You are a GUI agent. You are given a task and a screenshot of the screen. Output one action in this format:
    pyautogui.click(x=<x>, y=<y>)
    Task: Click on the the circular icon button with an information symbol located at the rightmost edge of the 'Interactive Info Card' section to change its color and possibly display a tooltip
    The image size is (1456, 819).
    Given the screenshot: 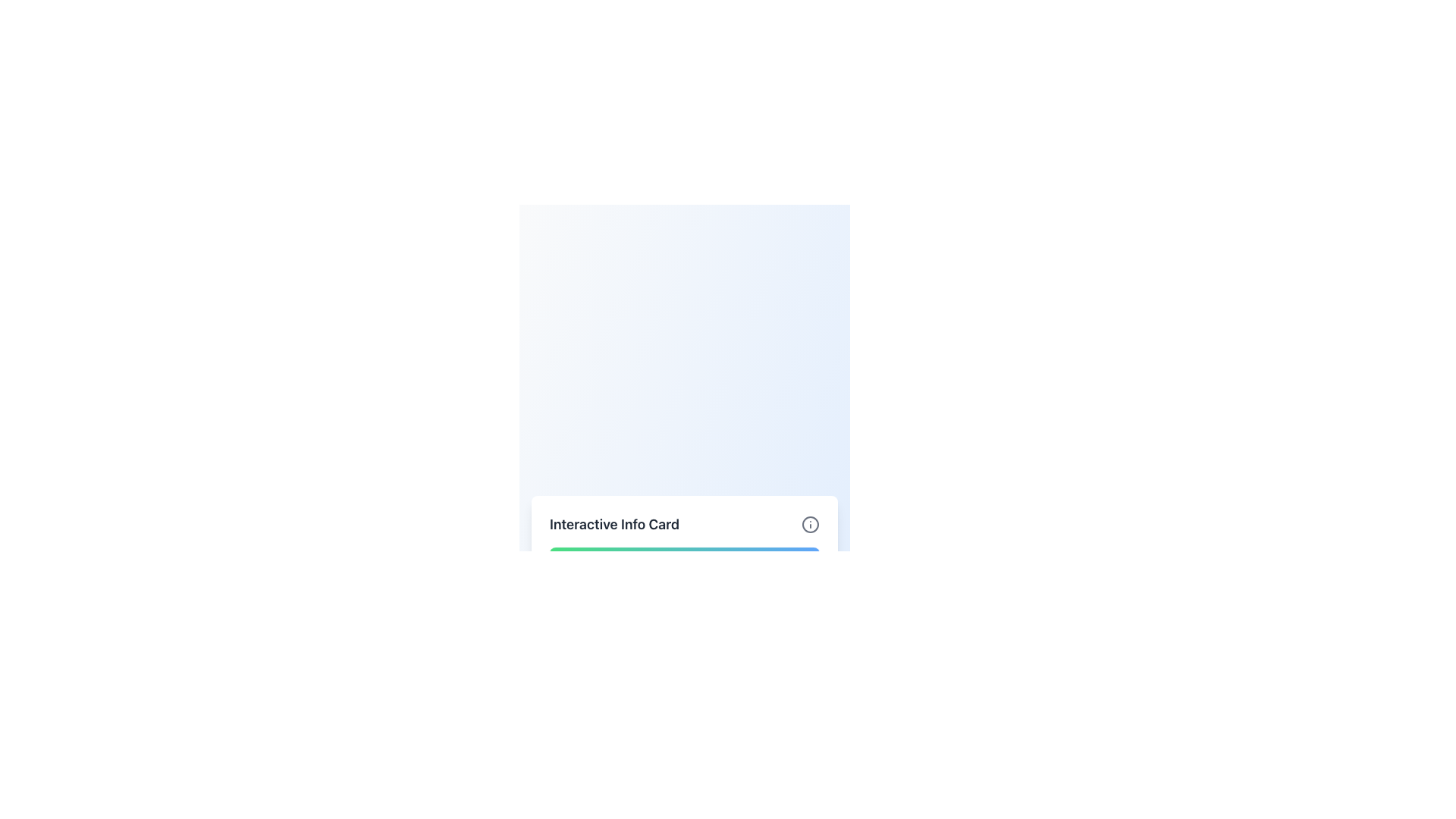 What is the action you would take?
    pyautogui.click(x=810, y=523)
    